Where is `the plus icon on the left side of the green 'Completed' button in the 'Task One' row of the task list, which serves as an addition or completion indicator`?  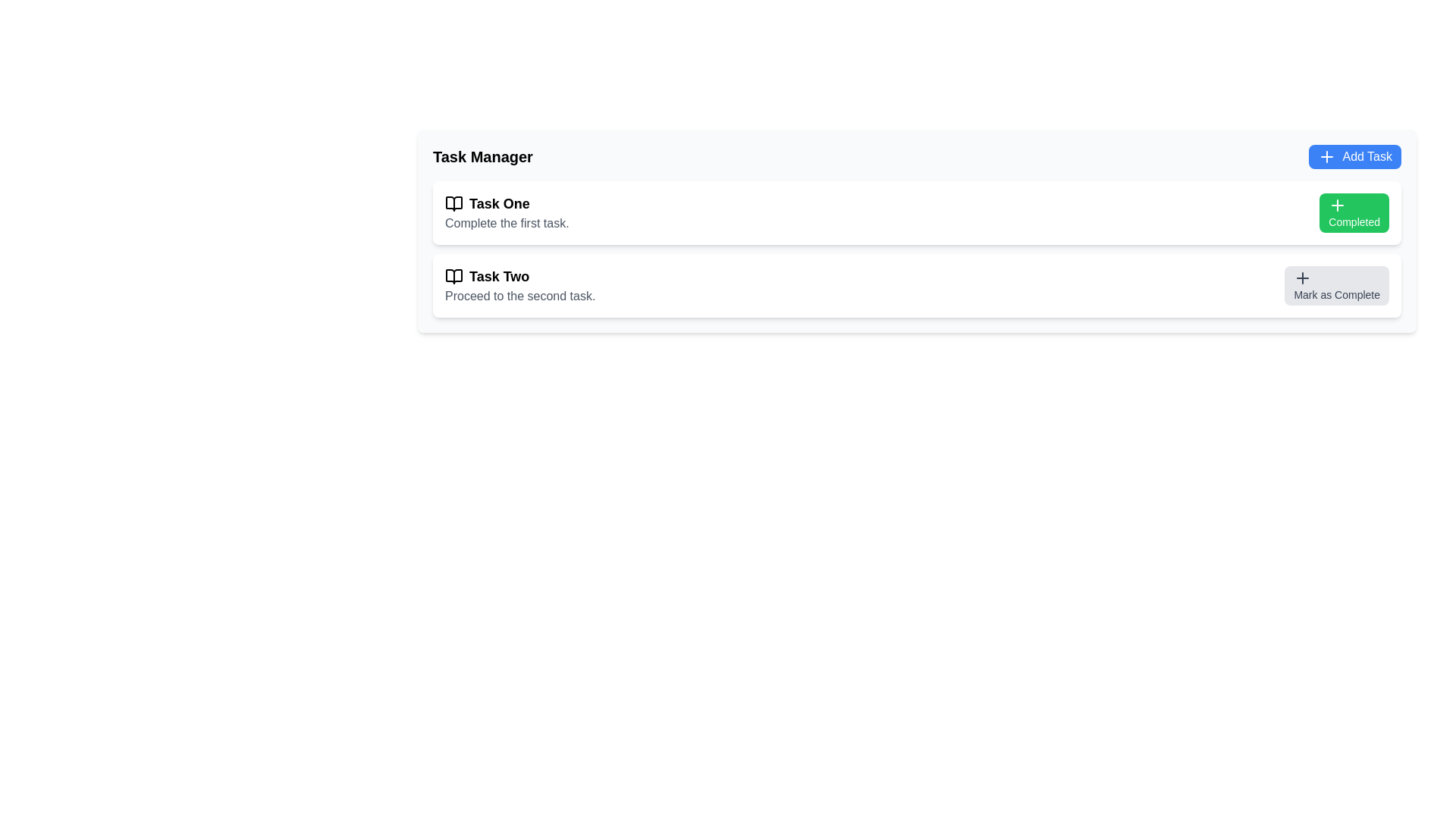
the plus icon on the left side of the green 'Completed' button in the 'Task One' row of the task list, which serves as an addition or completion indicator is located at coordinates (1338, 205).